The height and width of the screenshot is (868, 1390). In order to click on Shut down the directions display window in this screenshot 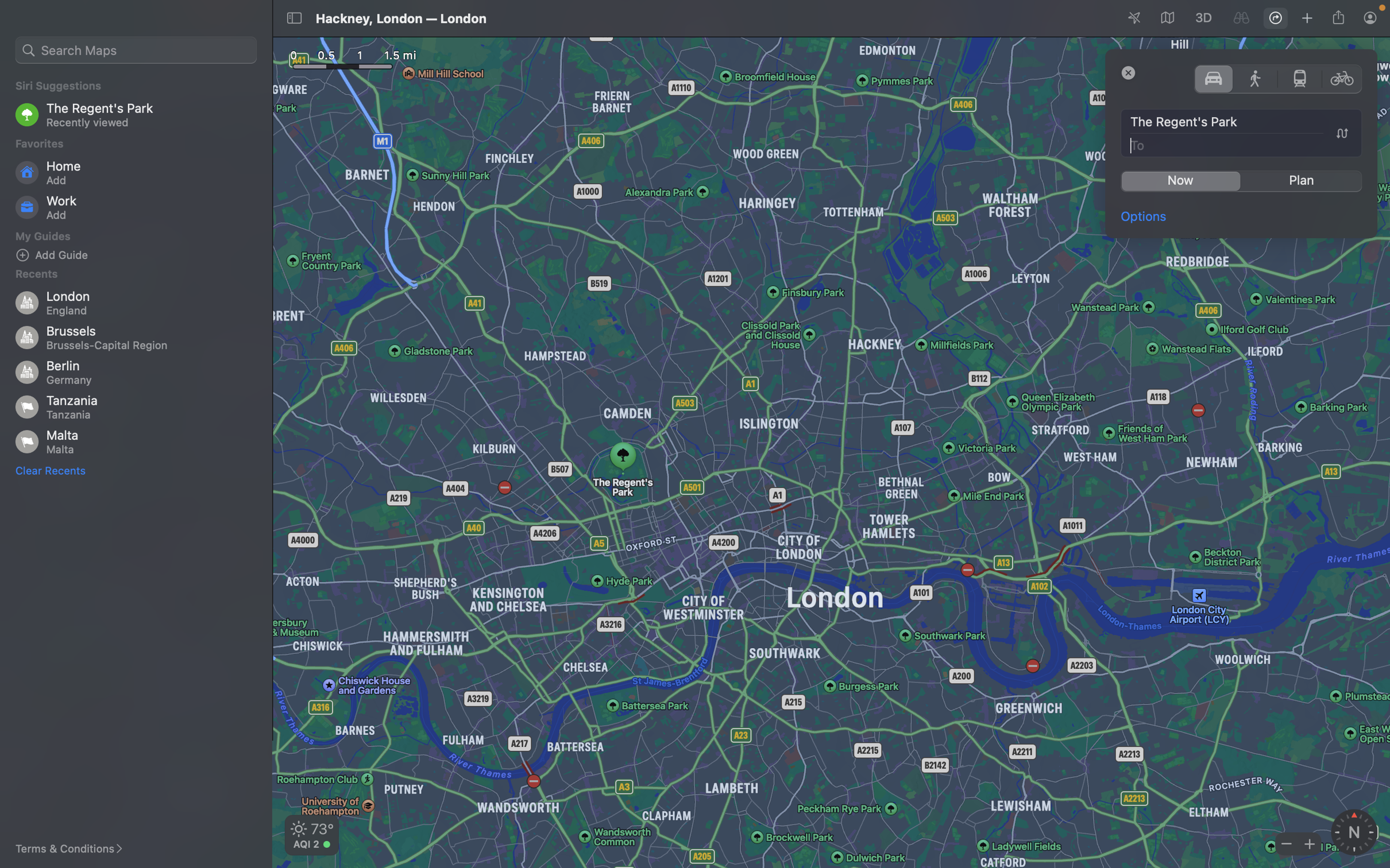, I will do `click(1129, 72)`.